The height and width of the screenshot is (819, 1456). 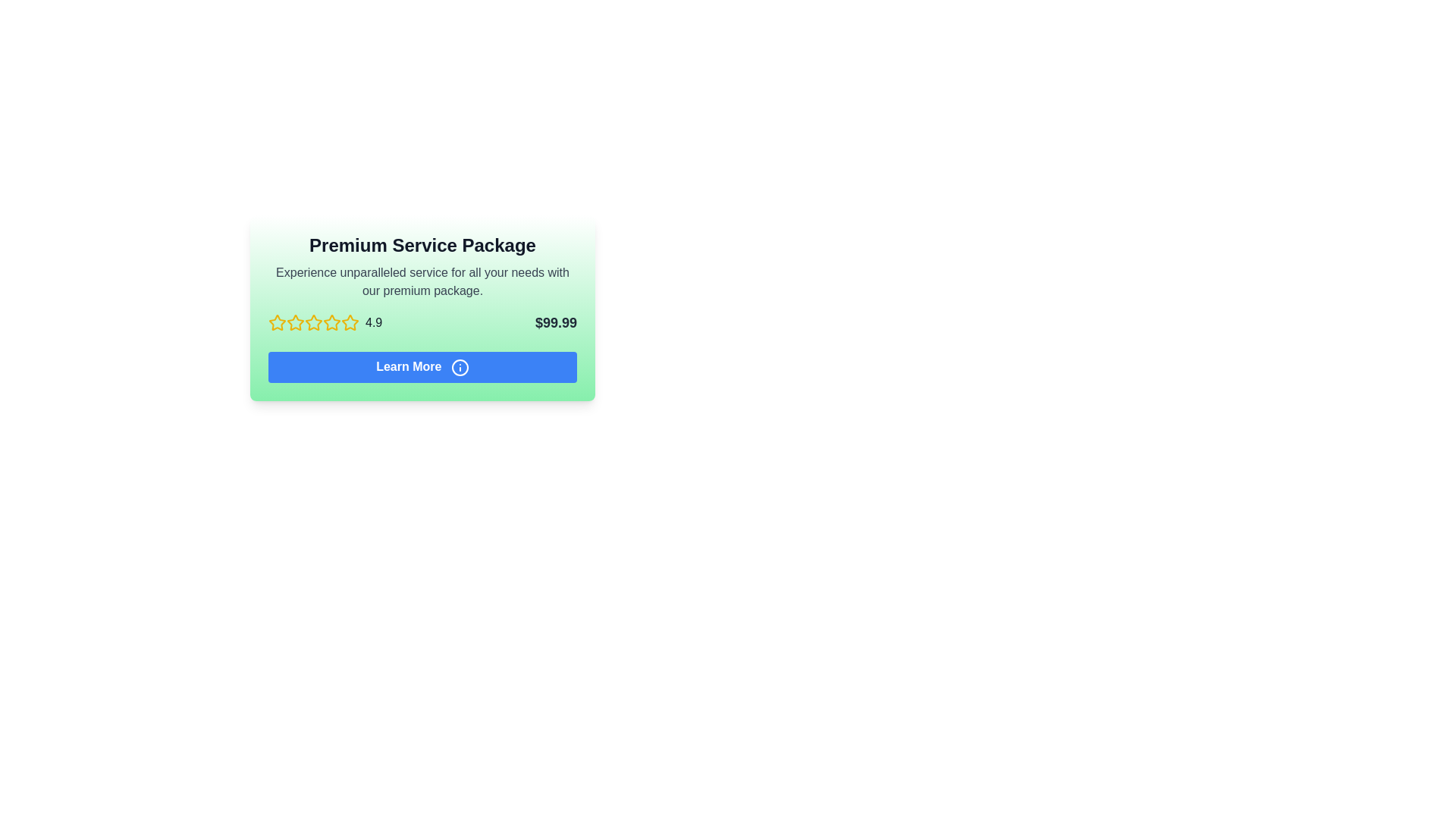 I want to click on the third star icon in the five-level user rating system to provide visual feedback for user ratings, so click(x=331, y=322).